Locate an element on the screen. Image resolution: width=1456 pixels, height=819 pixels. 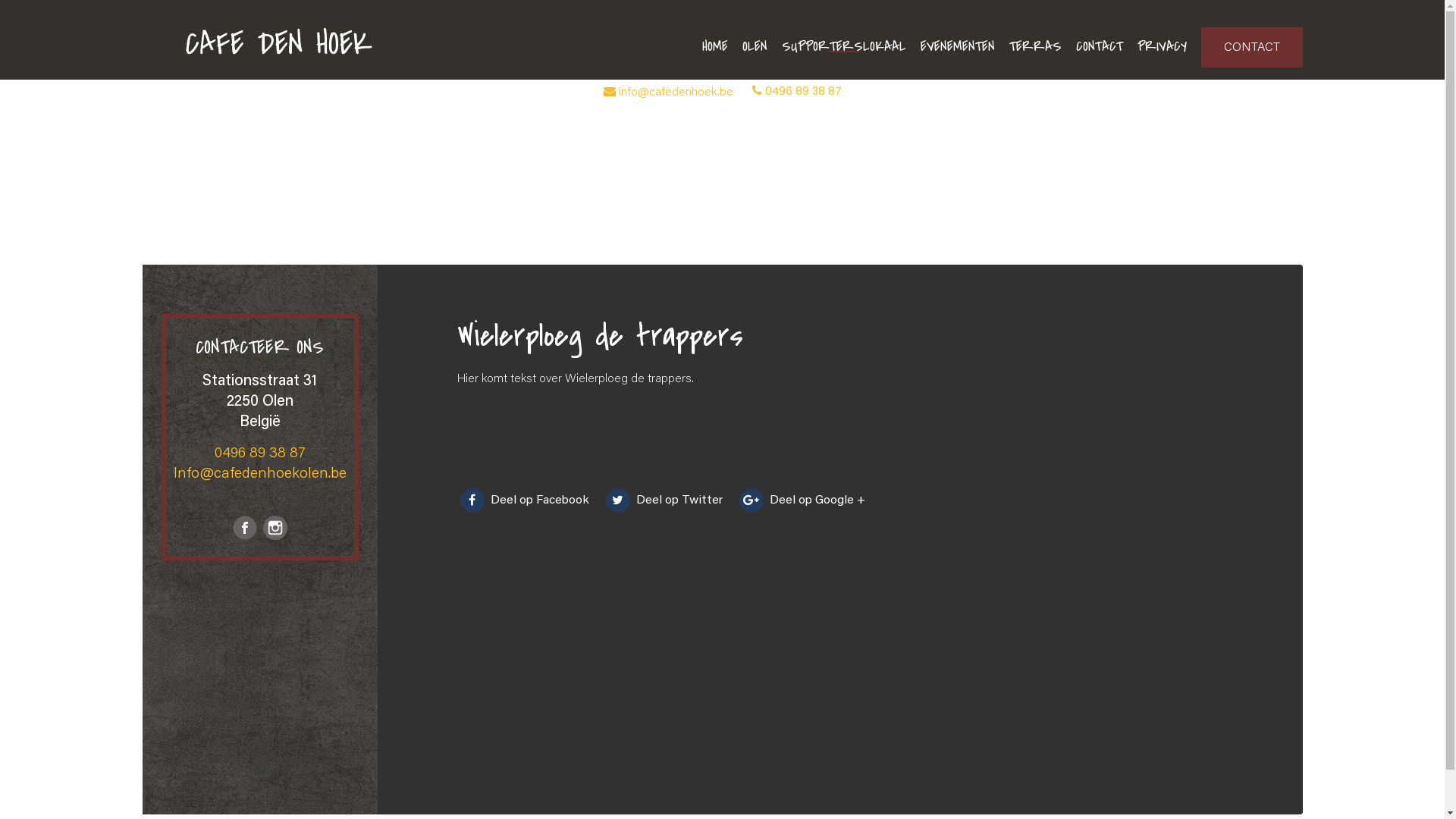
'OLEN' is located at coordinates (754, 45).